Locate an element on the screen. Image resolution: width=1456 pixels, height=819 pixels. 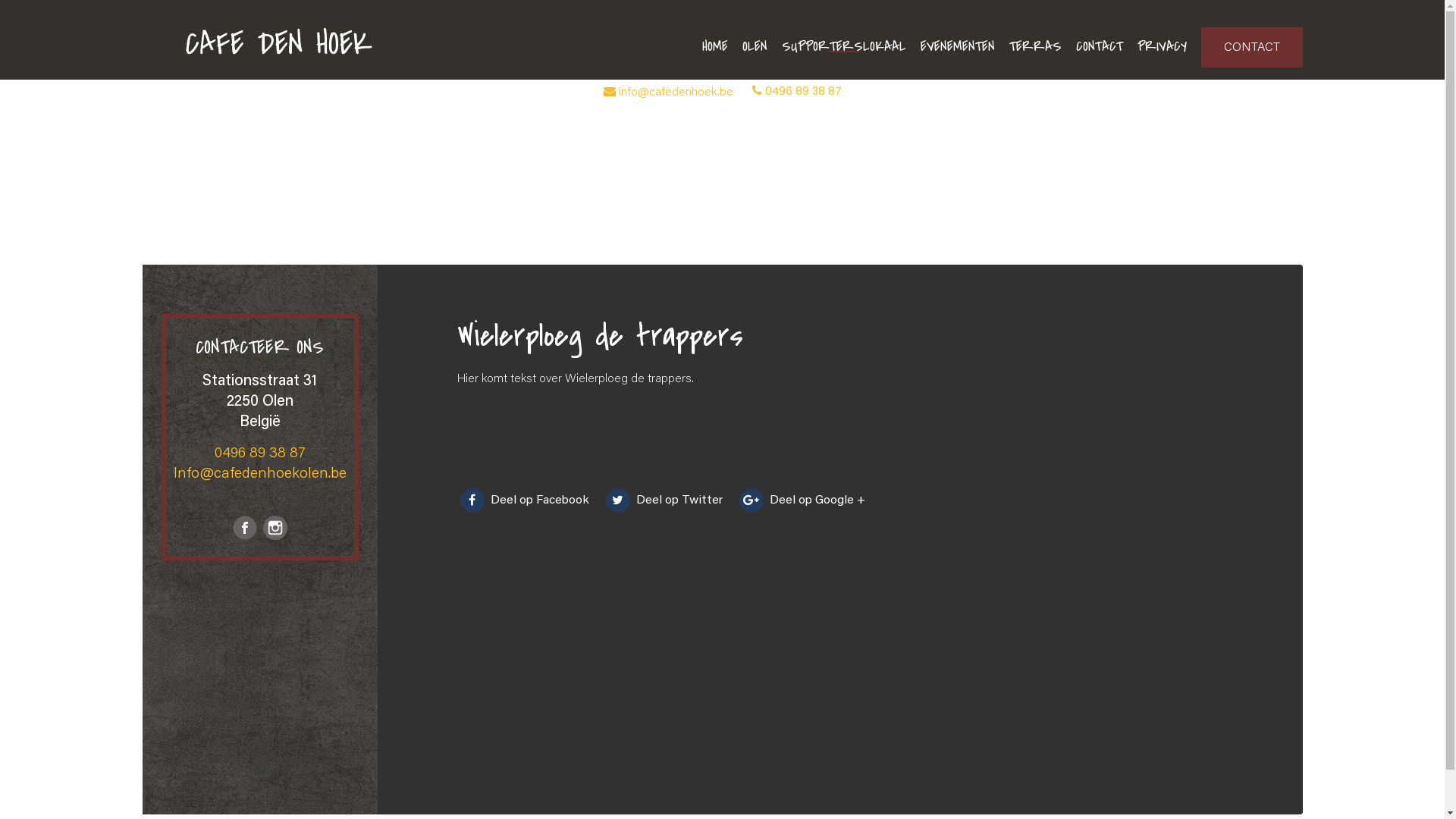
'OLEN' is located at coordinates (754, 45).